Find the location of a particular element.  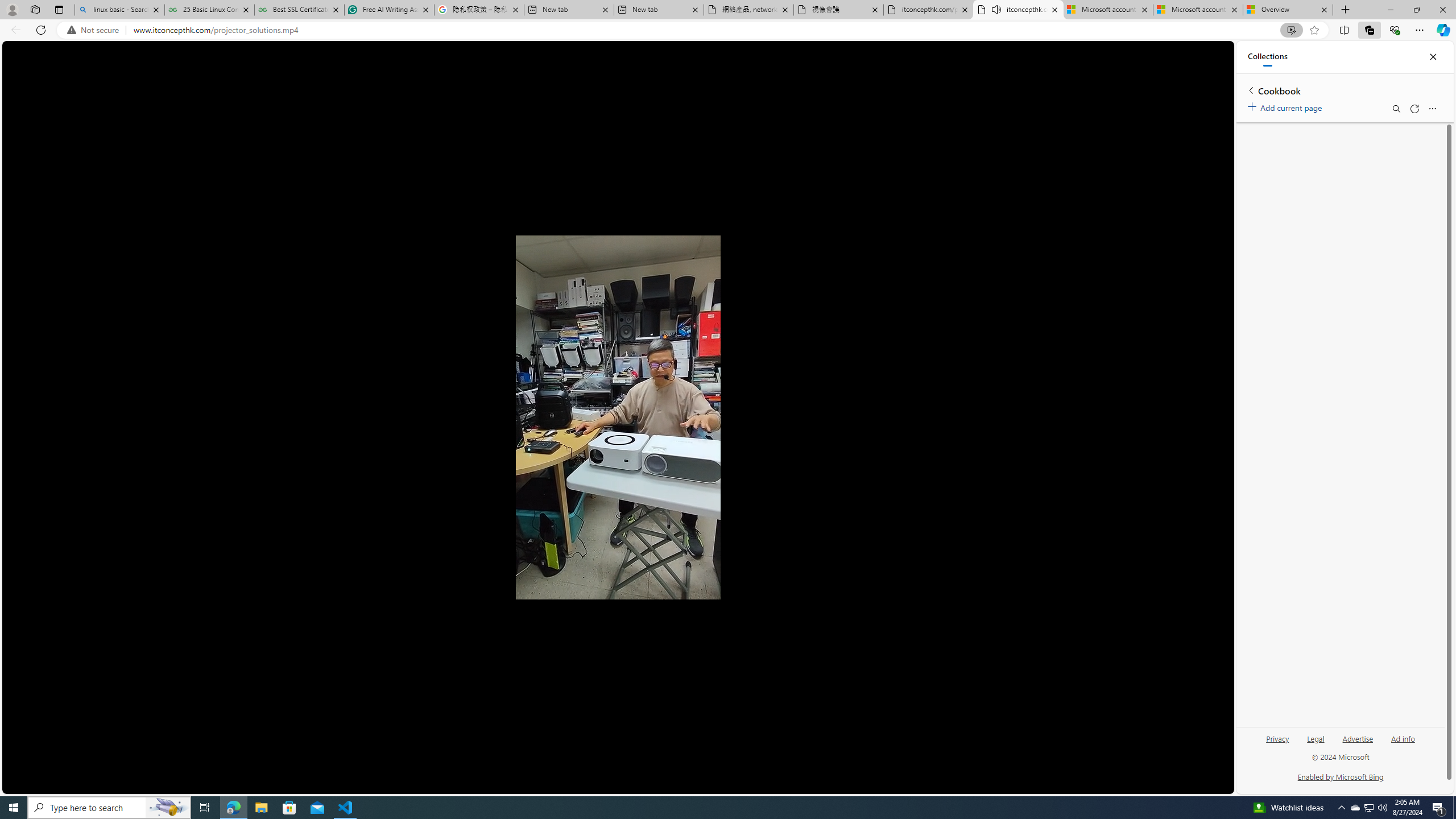

'More options menu' is located at coordinates (1433, 109).